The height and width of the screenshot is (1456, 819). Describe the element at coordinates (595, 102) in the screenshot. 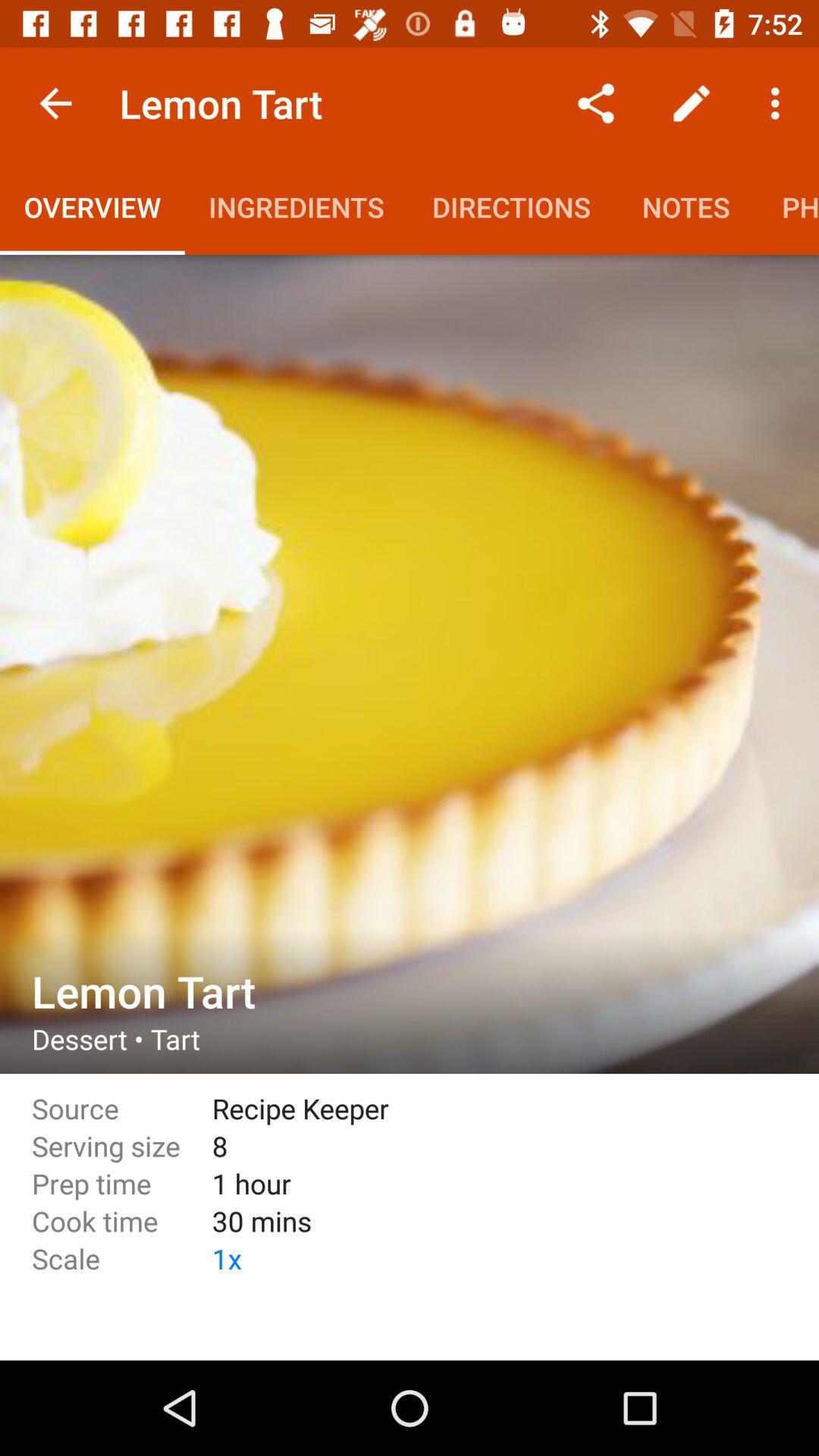

I see `the icon above directions item` at that location.